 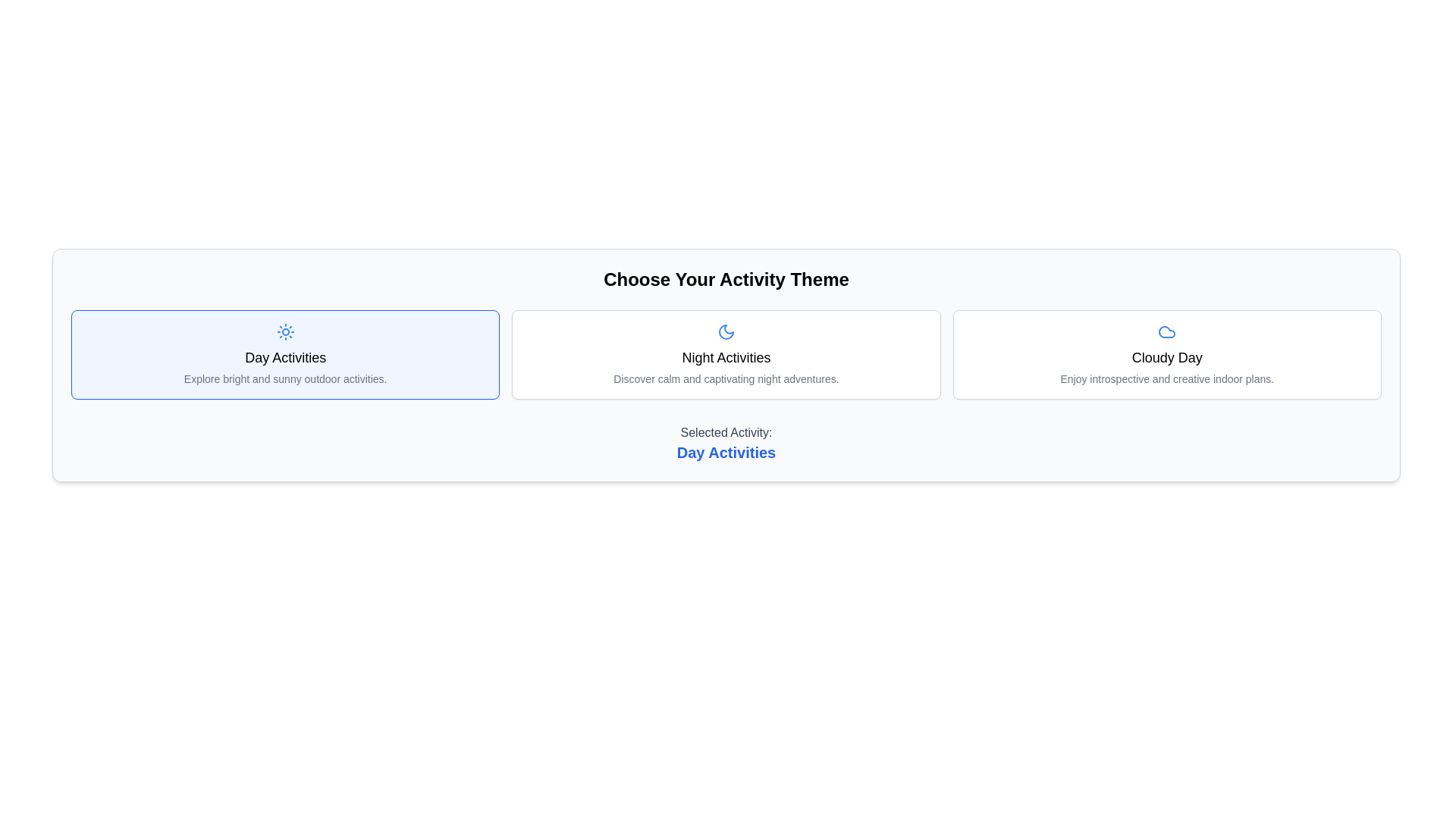 I want to click on the crescent moon icon located at the top of the 'Night Activities' card, above the section's title text, so click(x=725, y=331).